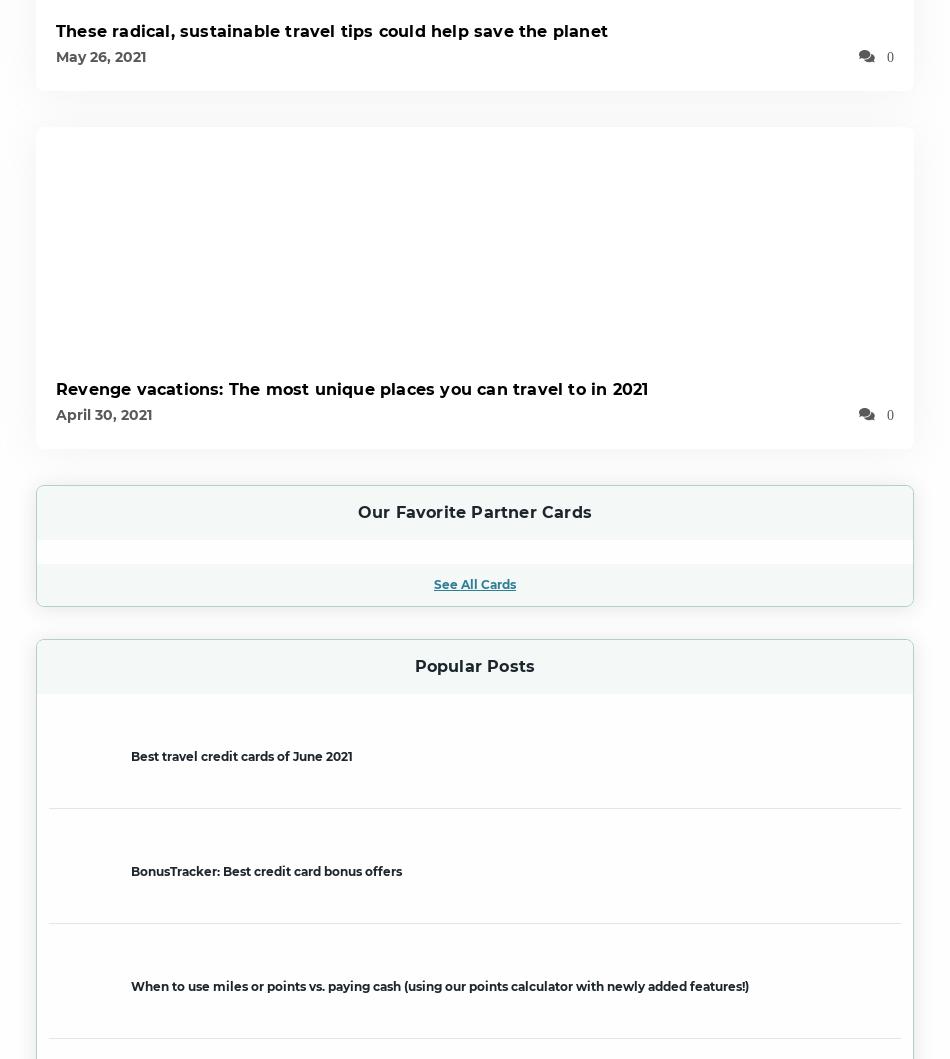  I want to click on 'When to use miles or points vs. paying cash (using our points calculator with newly added features!)', so click(439, 985).